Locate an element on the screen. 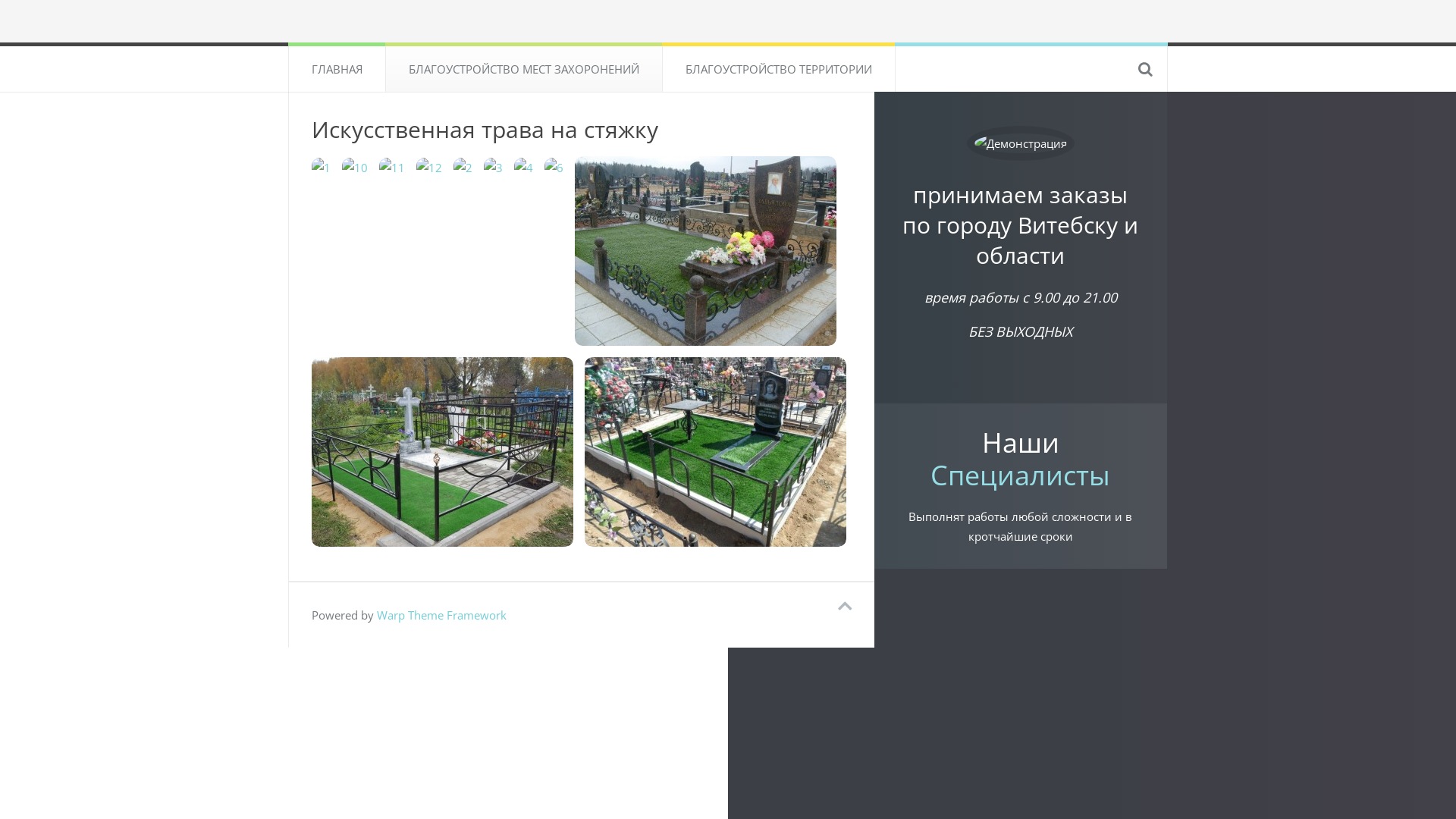 This screenshot has width=1456, height=819. '2' is located at coordinates (462, 166).